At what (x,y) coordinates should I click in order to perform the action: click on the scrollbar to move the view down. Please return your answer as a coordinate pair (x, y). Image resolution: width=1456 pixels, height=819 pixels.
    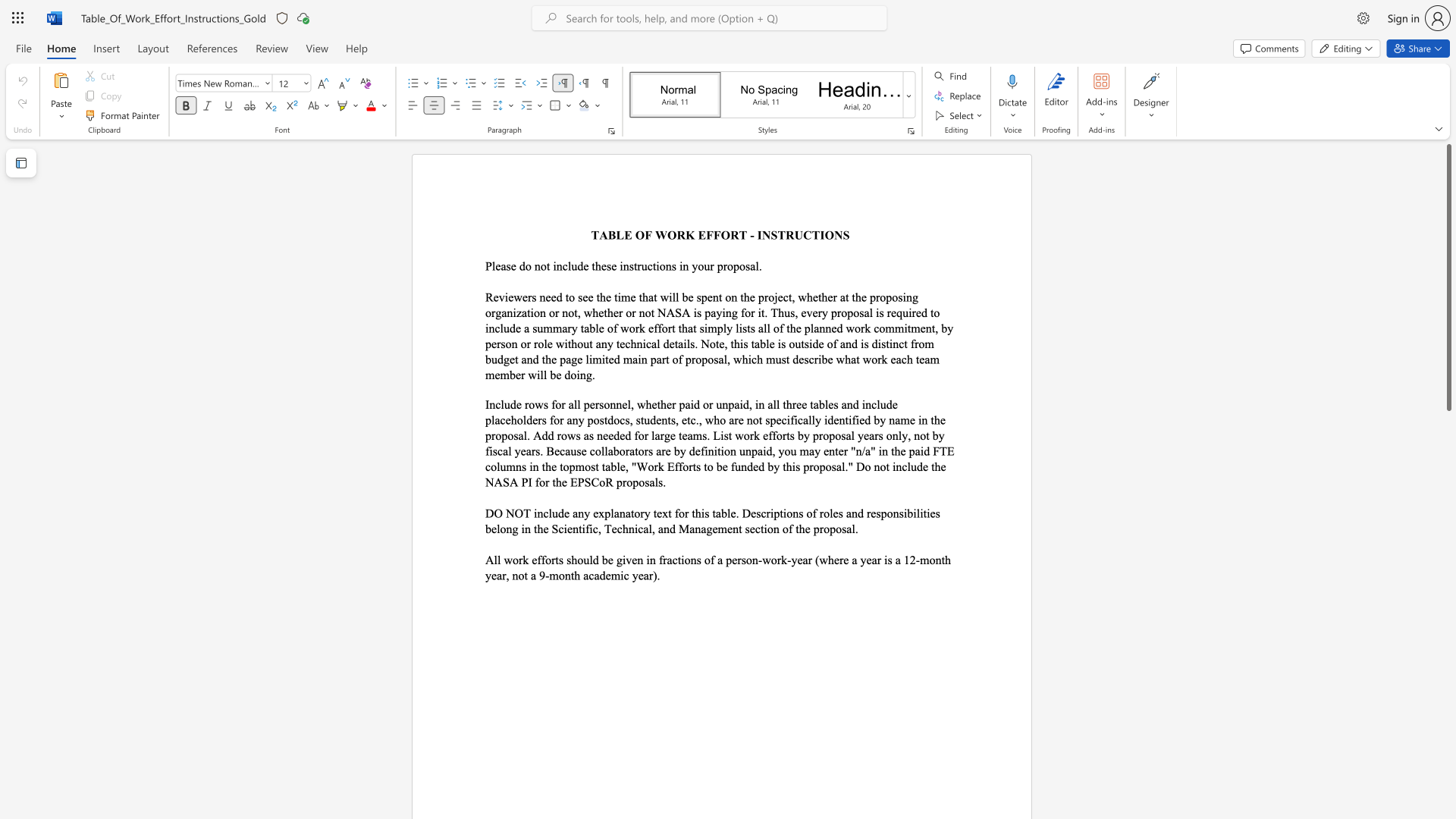
    Looking at the image, I should click on (1448, 561).